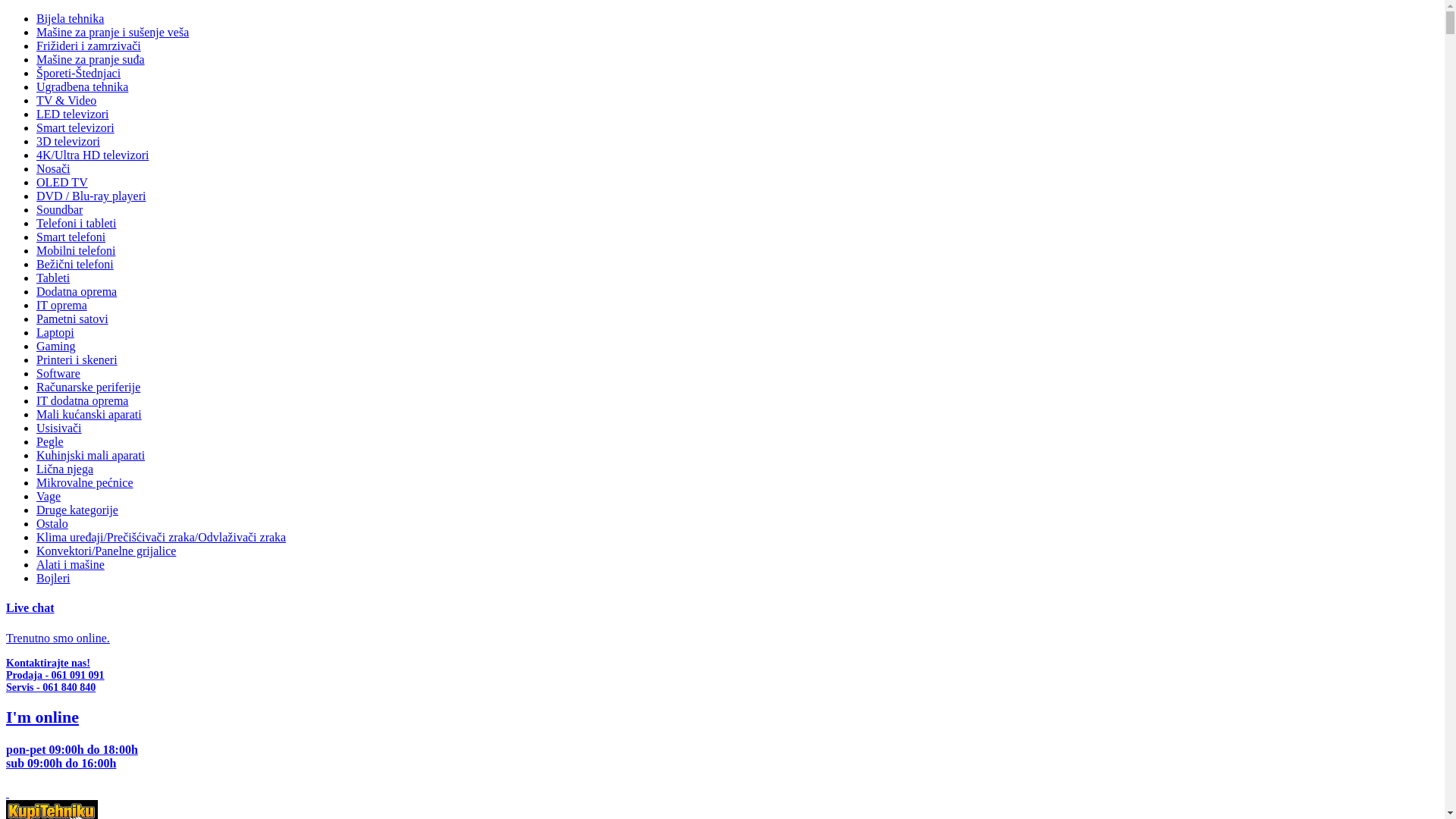 The height and width of the screenshot is (819, 1456). Describe the element at coordinates (36, 510) in the screenshot. I see `'Druge kategorije'` at that location.